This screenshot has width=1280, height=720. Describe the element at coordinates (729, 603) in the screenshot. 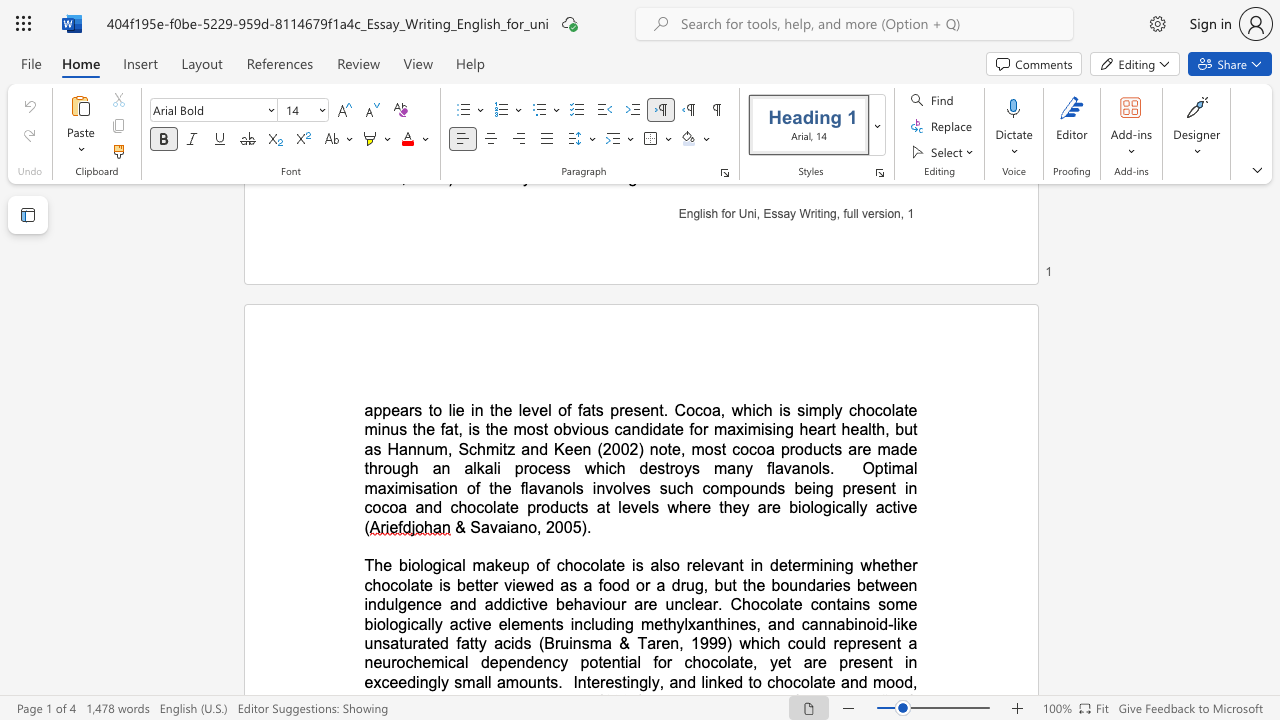

I see `the subset text "Chocol" within the text "whether chocolate is better viewed as a food or a drug, but the boundaries between indulgence and addictive behaviour are unclear. Chocolate"` at that location.